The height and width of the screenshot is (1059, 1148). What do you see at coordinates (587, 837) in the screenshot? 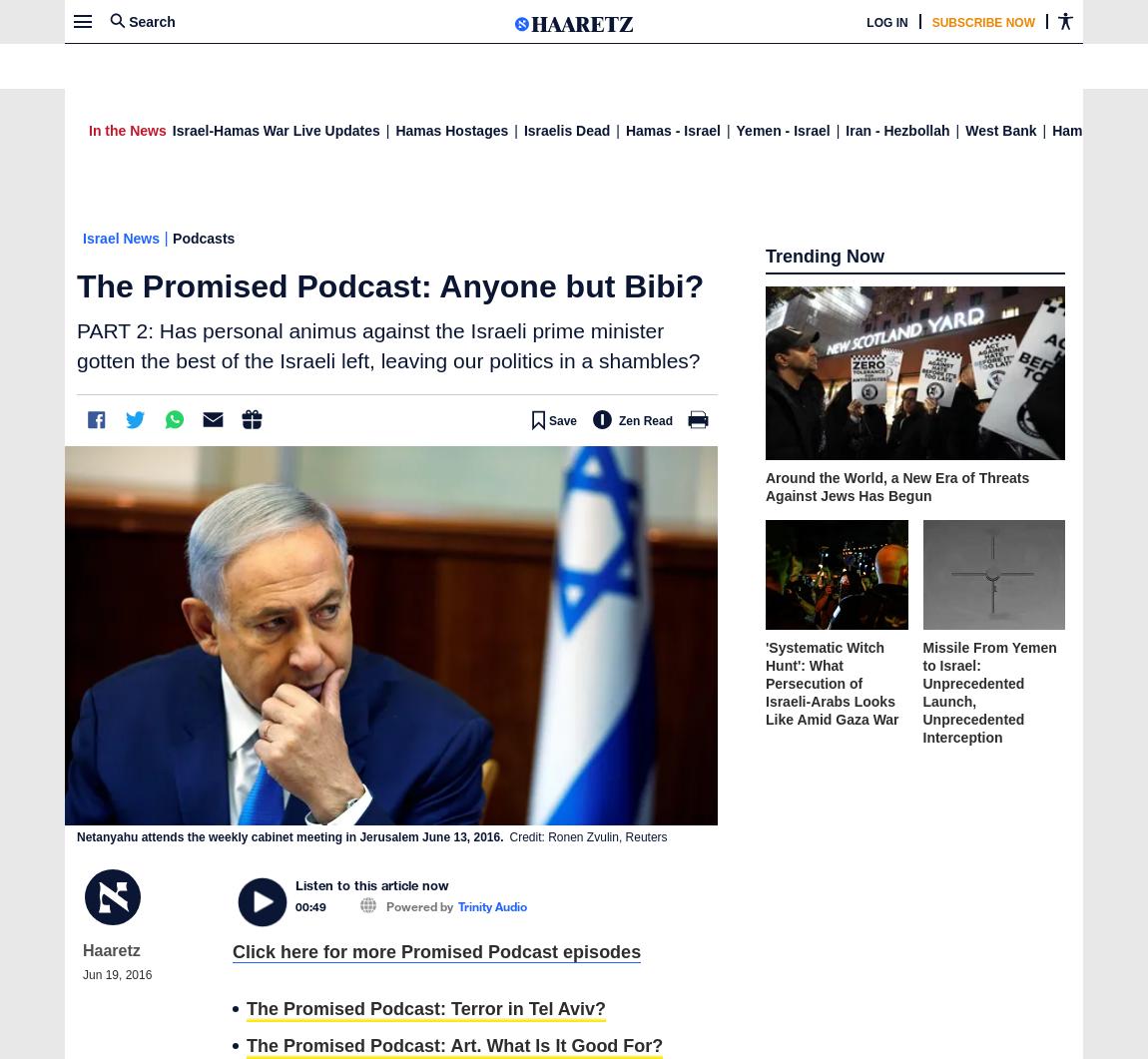
I see `'Credit: Ronen Zvulin, Reuters'` at bounding box center [587, 837].